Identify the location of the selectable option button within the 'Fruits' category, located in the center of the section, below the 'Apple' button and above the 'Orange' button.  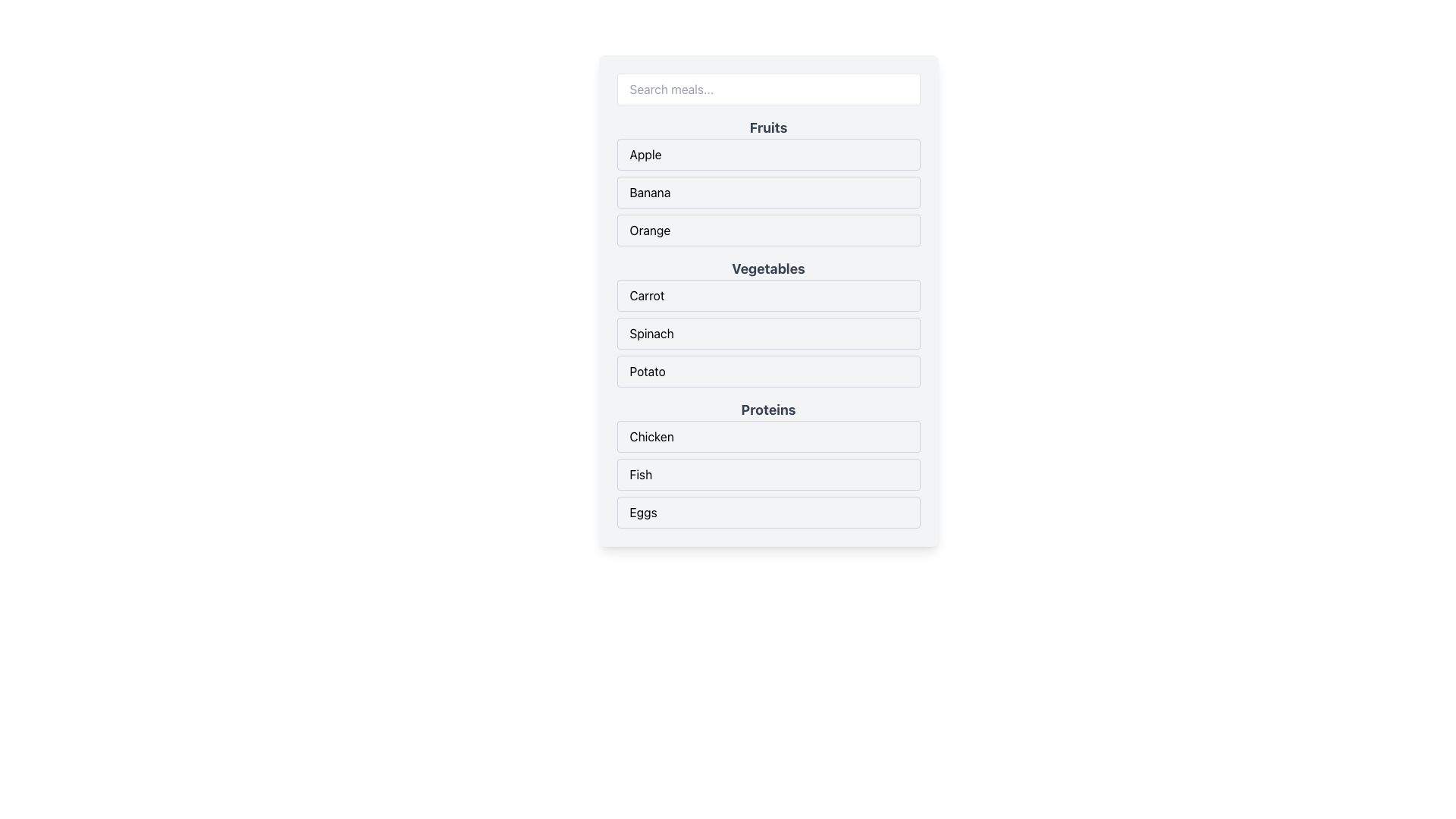
(768, 192).